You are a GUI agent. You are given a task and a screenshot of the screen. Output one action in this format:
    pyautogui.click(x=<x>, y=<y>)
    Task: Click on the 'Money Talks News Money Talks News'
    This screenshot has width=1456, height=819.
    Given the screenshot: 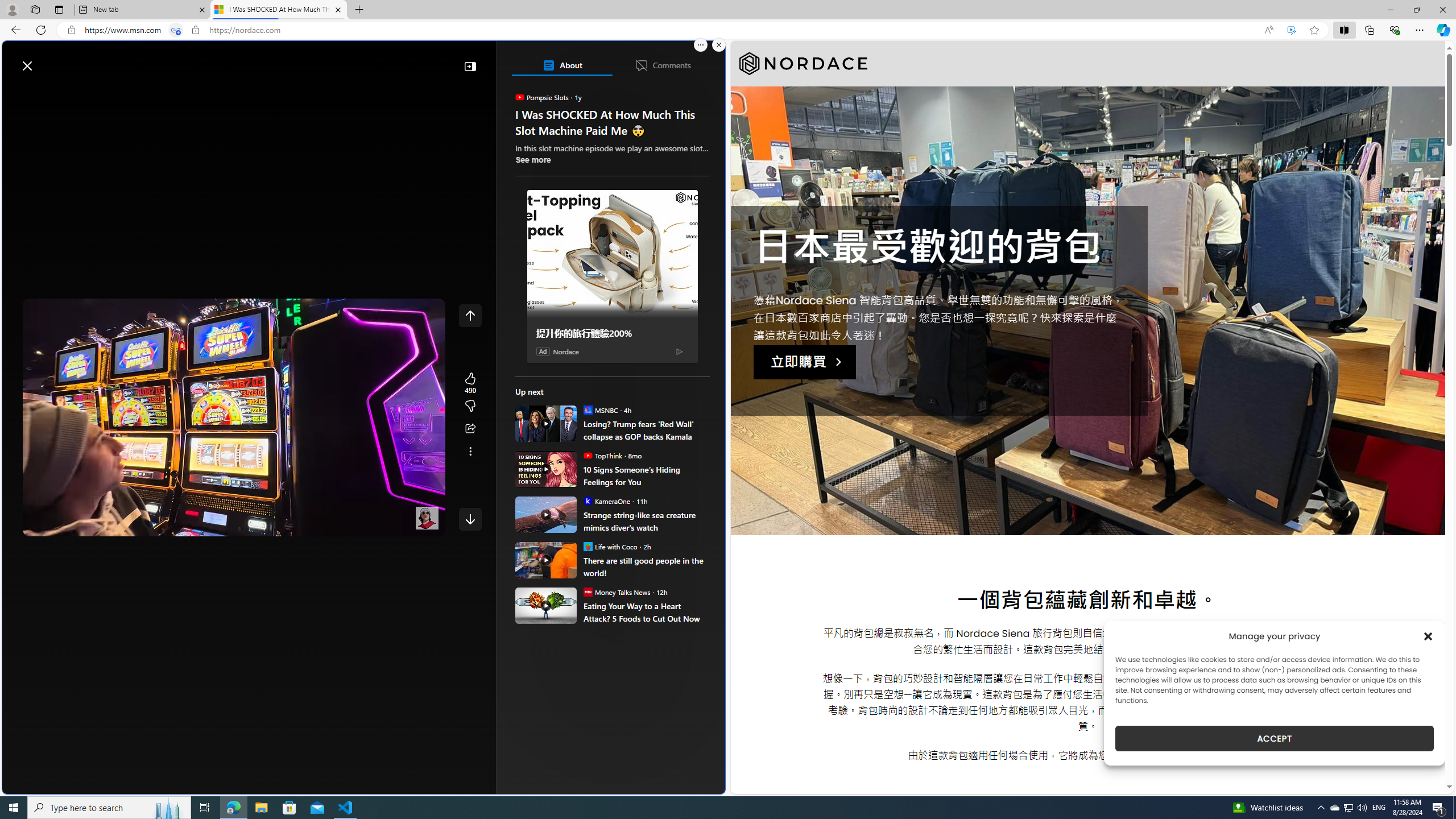 What is the action you would take?
    pyautogui.click(x=617, y=591)
    